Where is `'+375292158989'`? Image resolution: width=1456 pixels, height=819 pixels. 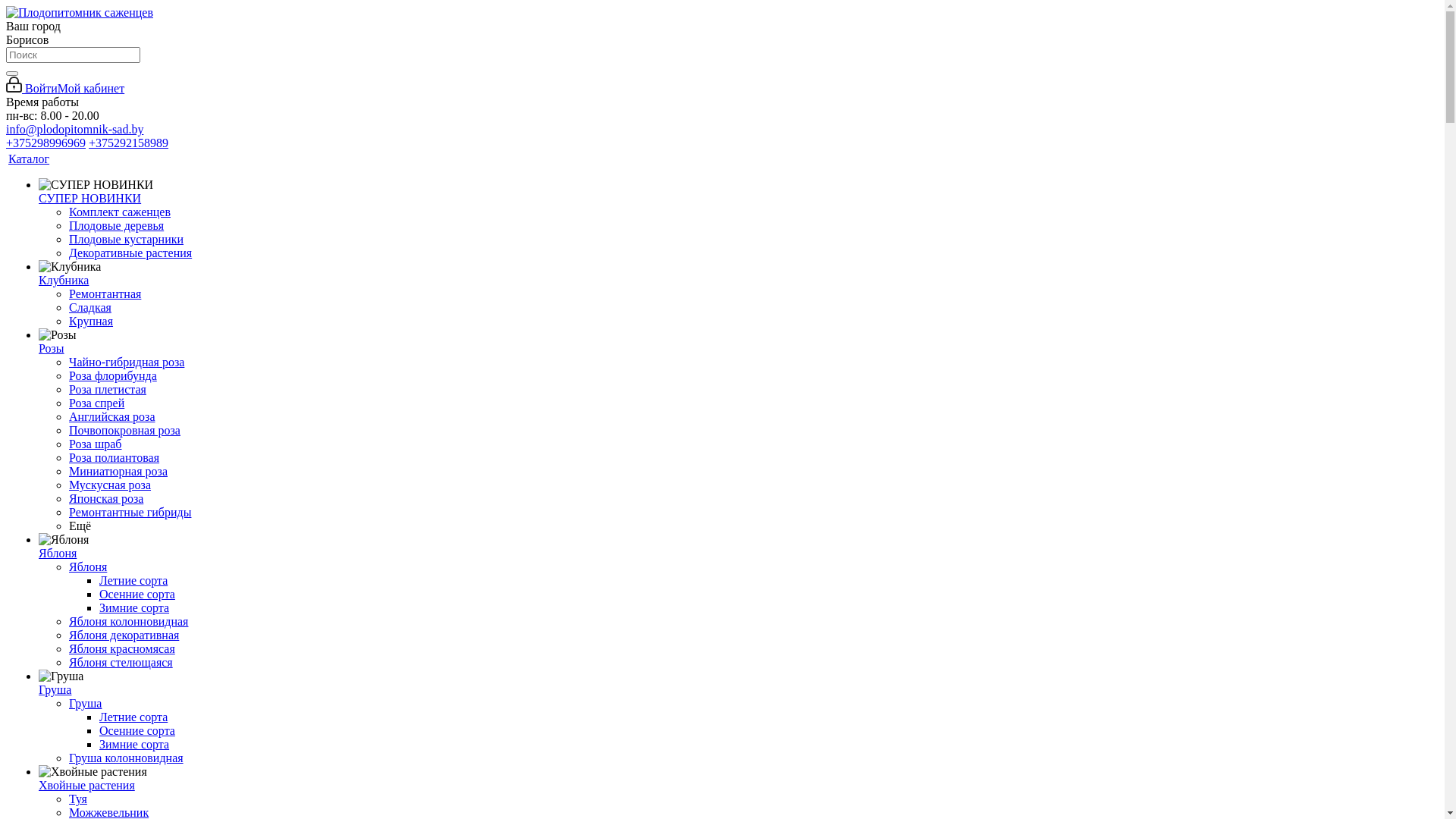
'+375292158989' is located at coordinates (128, 143).